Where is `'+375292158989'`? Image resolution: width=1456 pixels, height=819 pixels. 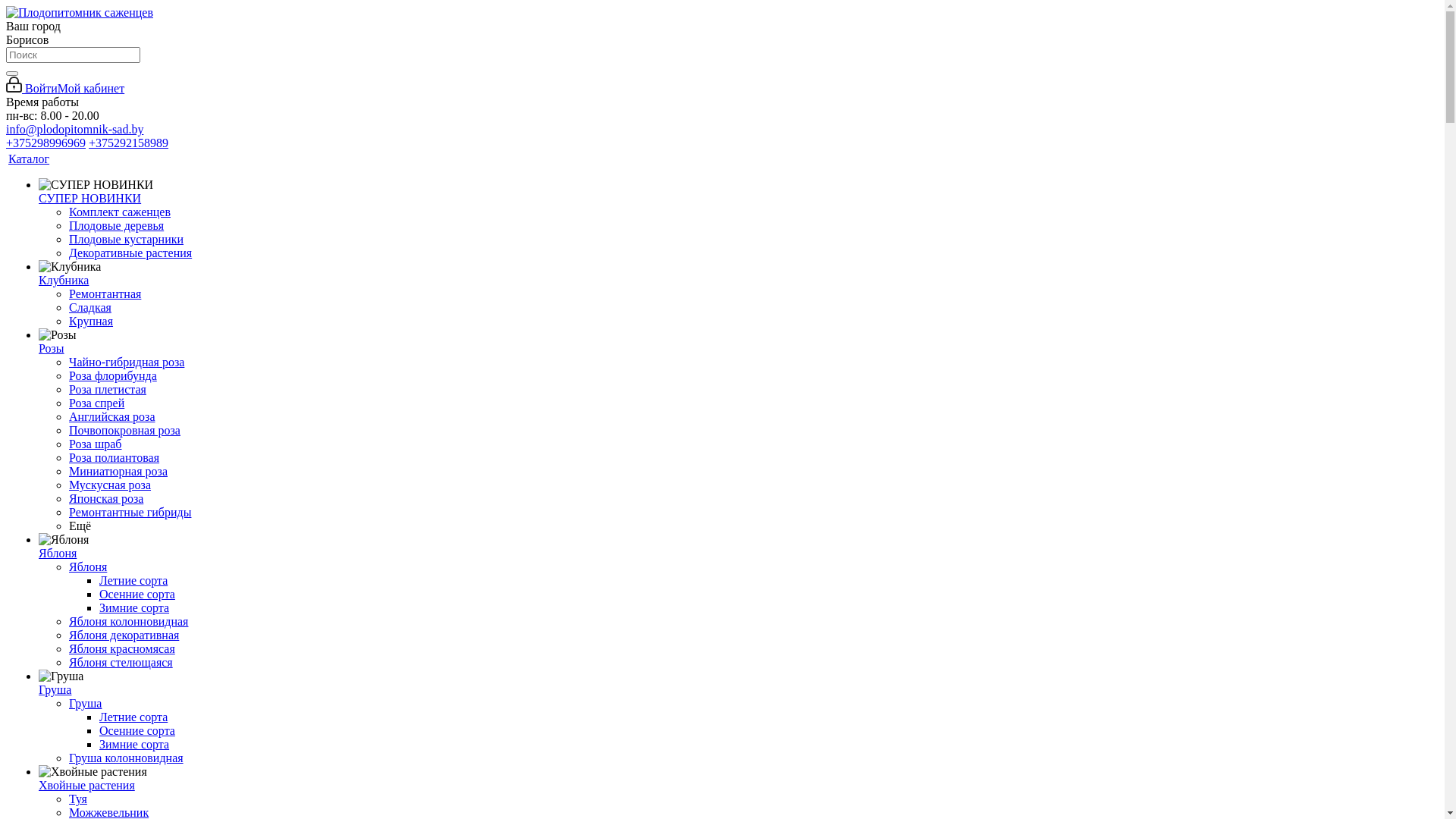
'+375292158989' is located at coordinates (128, 143).